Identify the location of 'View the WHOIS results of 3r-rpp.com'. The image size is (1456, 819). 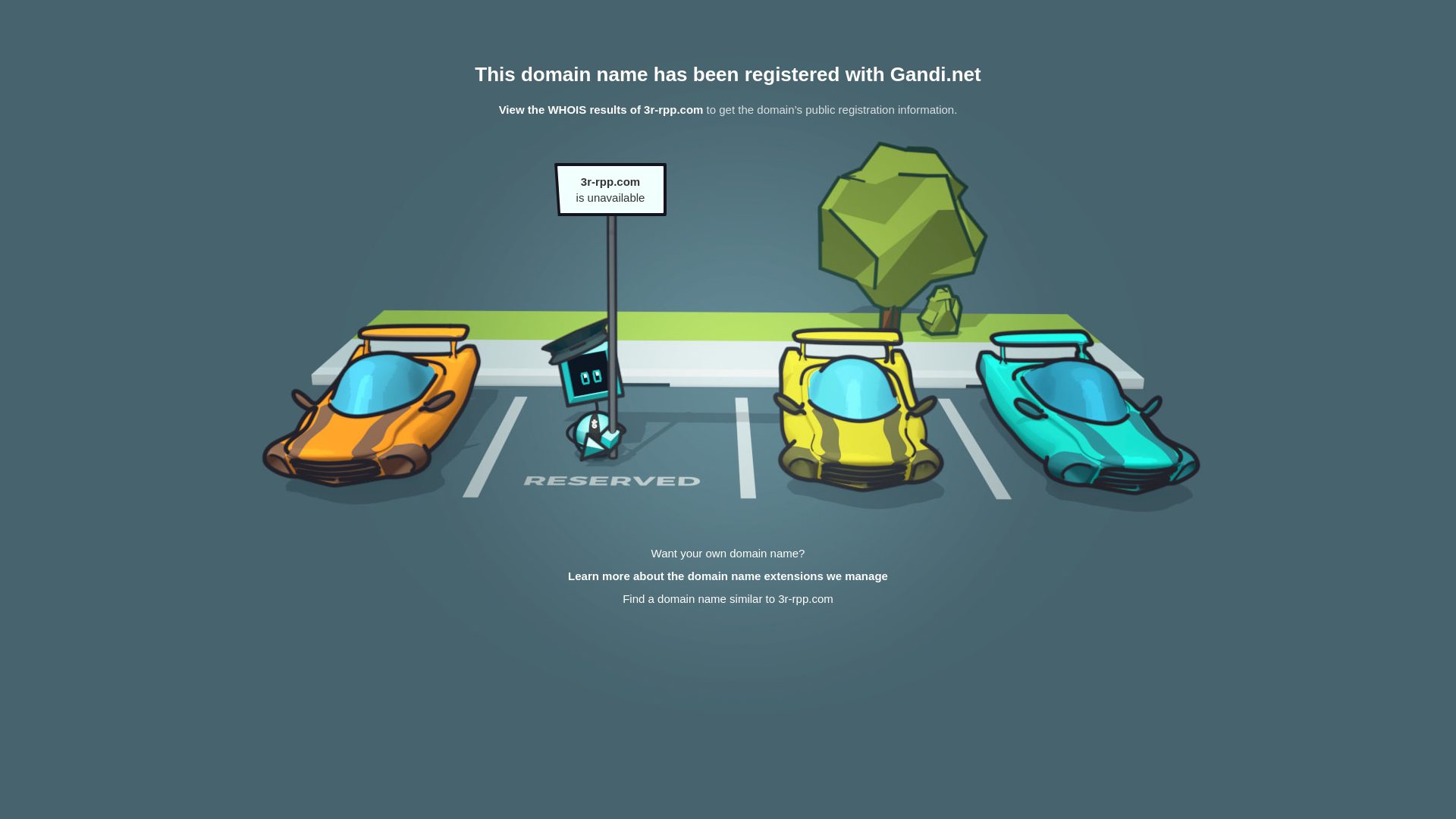
(600, 108).